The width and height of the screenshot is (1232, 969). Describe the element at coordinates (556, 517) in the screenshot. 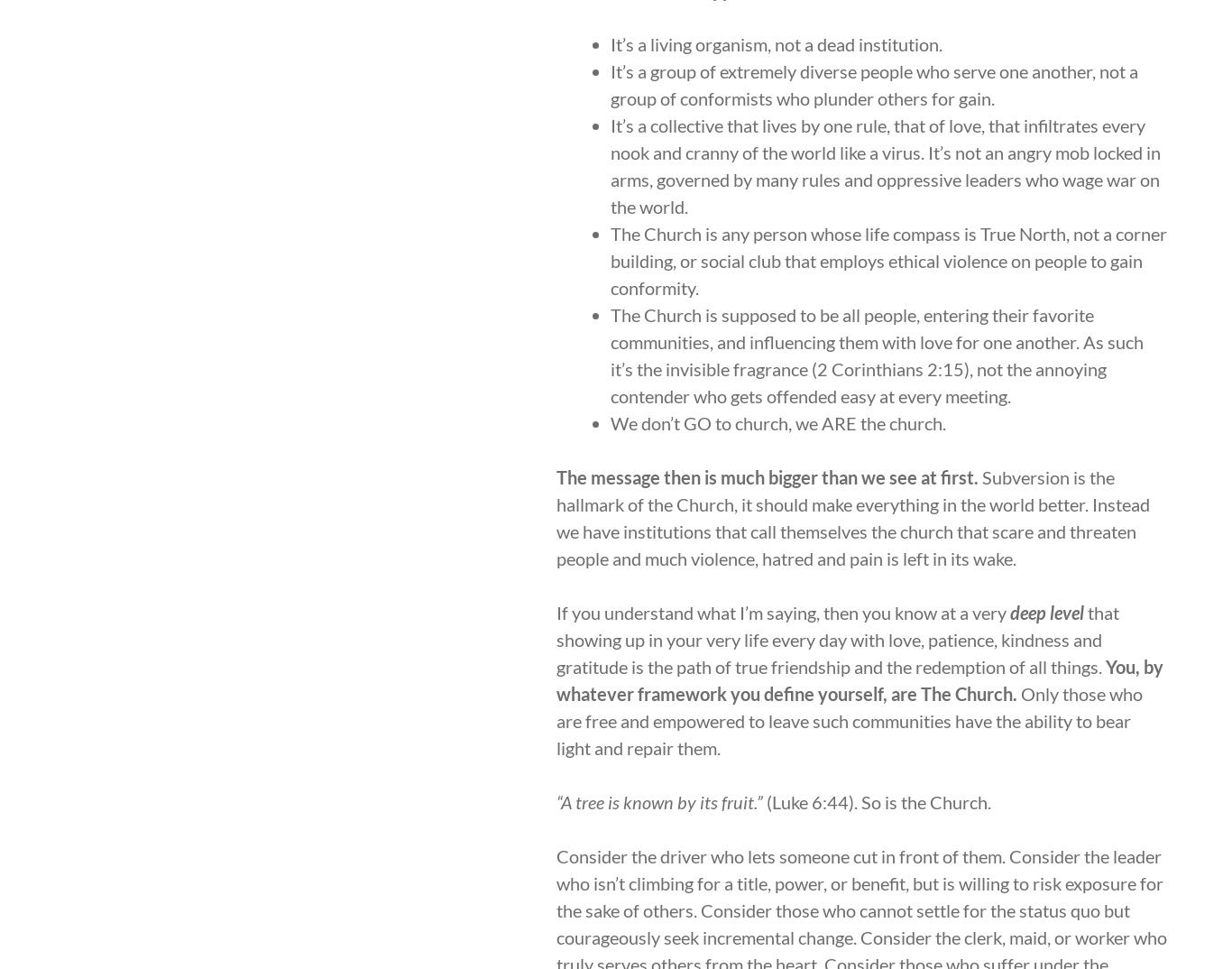

I see `'Subversion is the hallmark of the Church, it should make everything in the world better. Instead we have institutions that call themselves the church that scare and threaten people and much violence, hatred and pain is left in its wake.'` at that location.